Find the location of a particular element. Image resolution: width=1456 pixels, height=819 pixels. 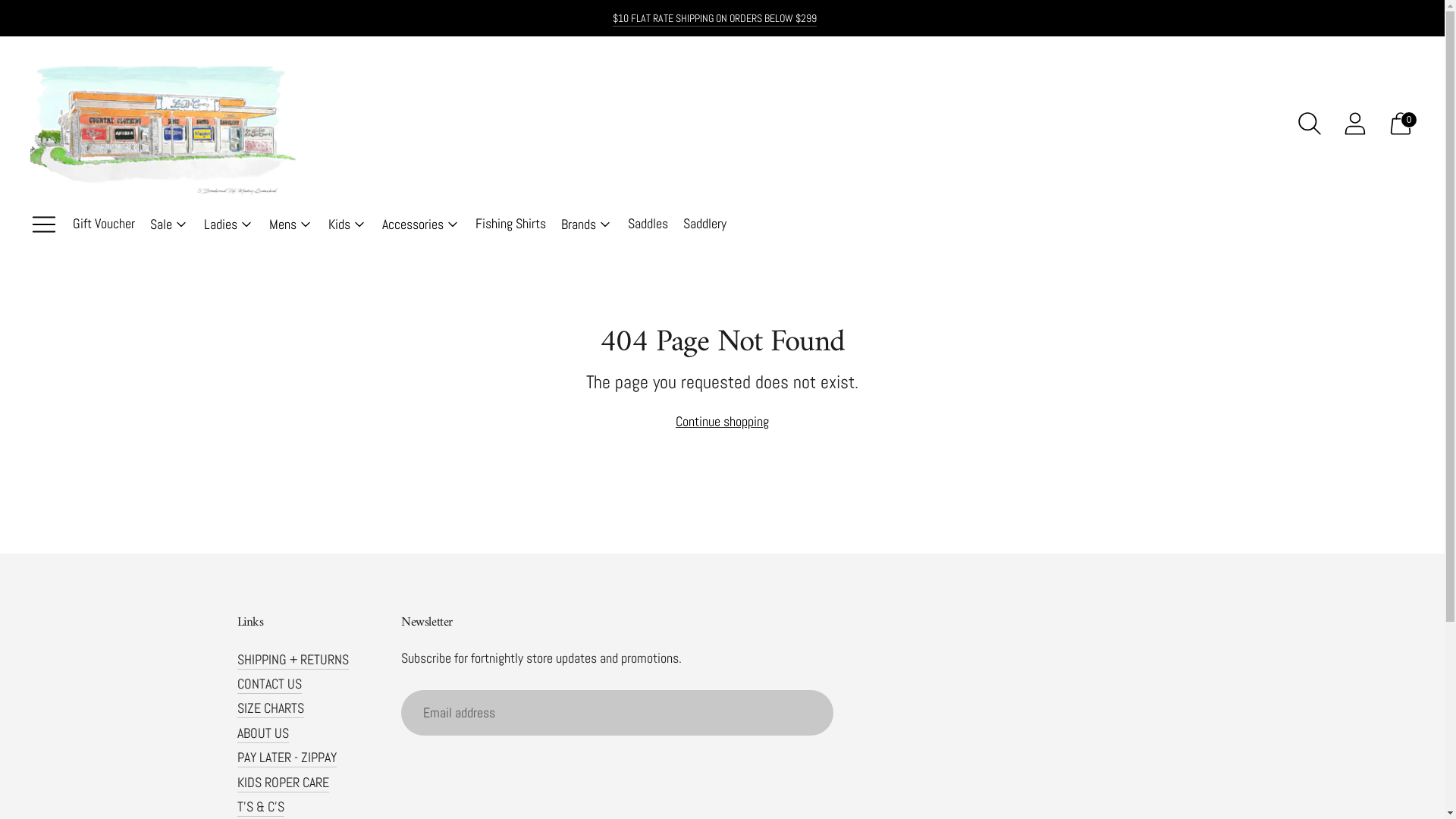

'Fishing Shirts' is located at coordinates (510, 224).